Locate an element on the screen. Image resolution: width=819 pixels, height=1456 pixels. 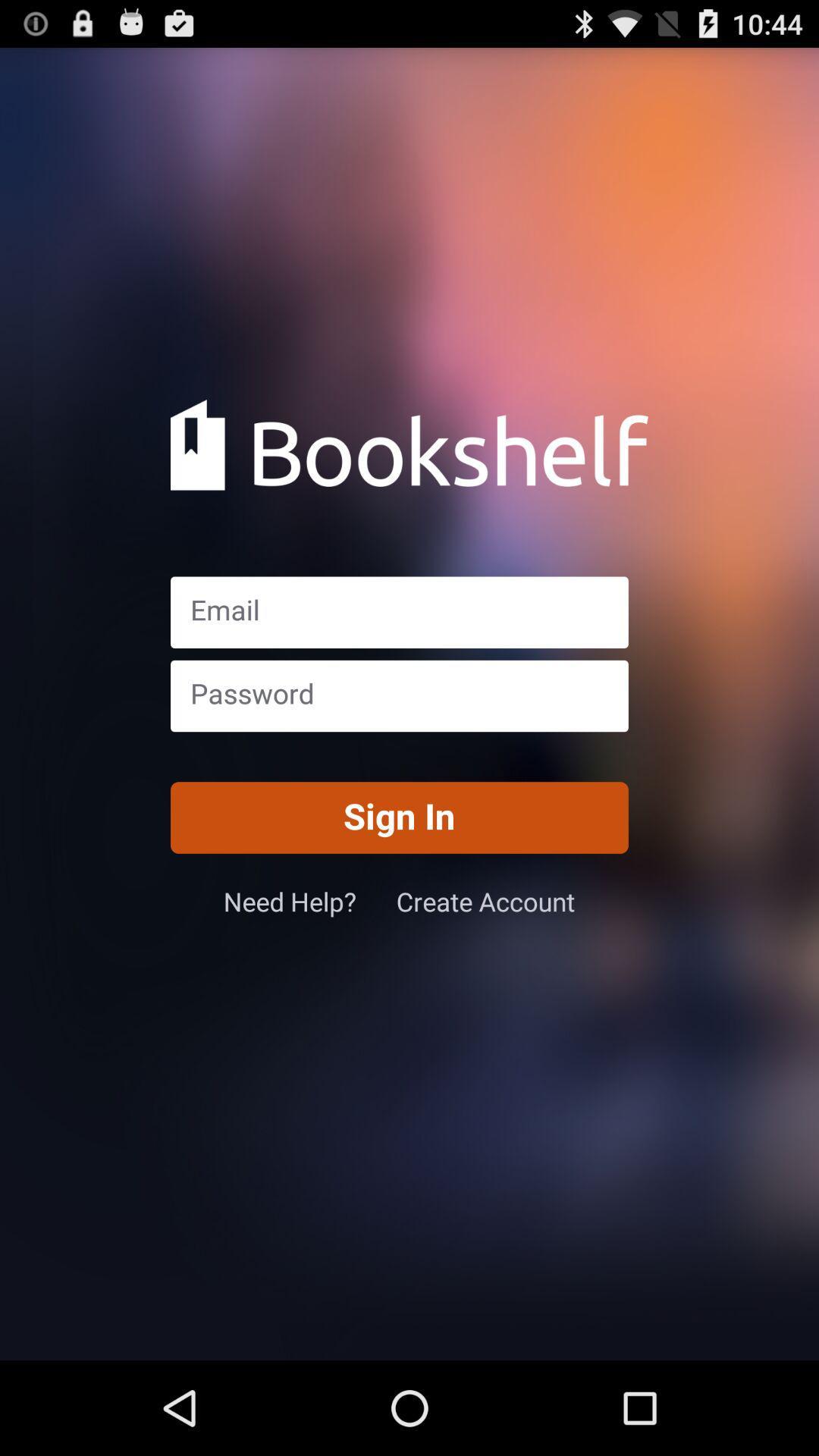
the item next to create account button is located at coordinates (309, 901).